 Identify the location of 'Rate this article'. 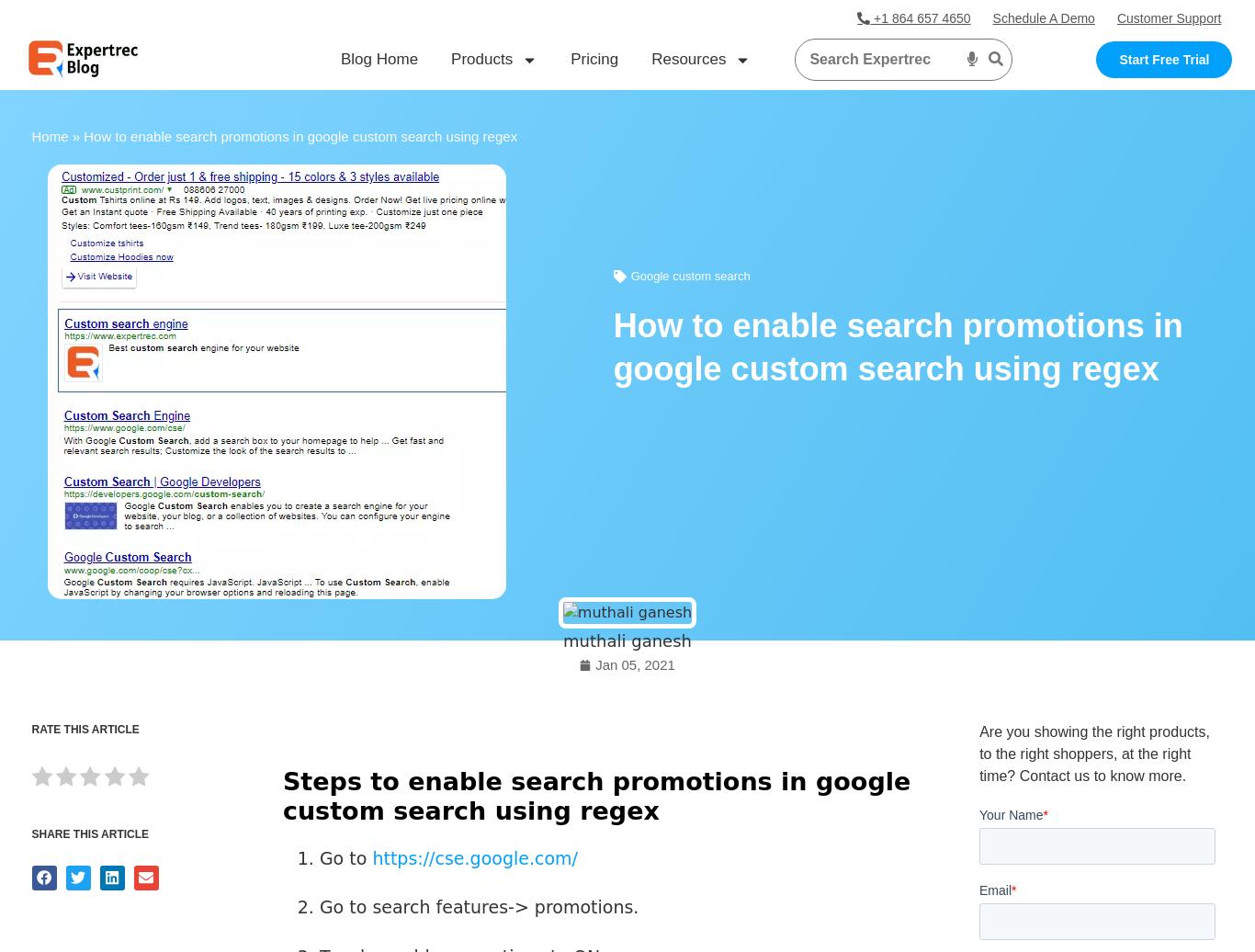
(85, 729).